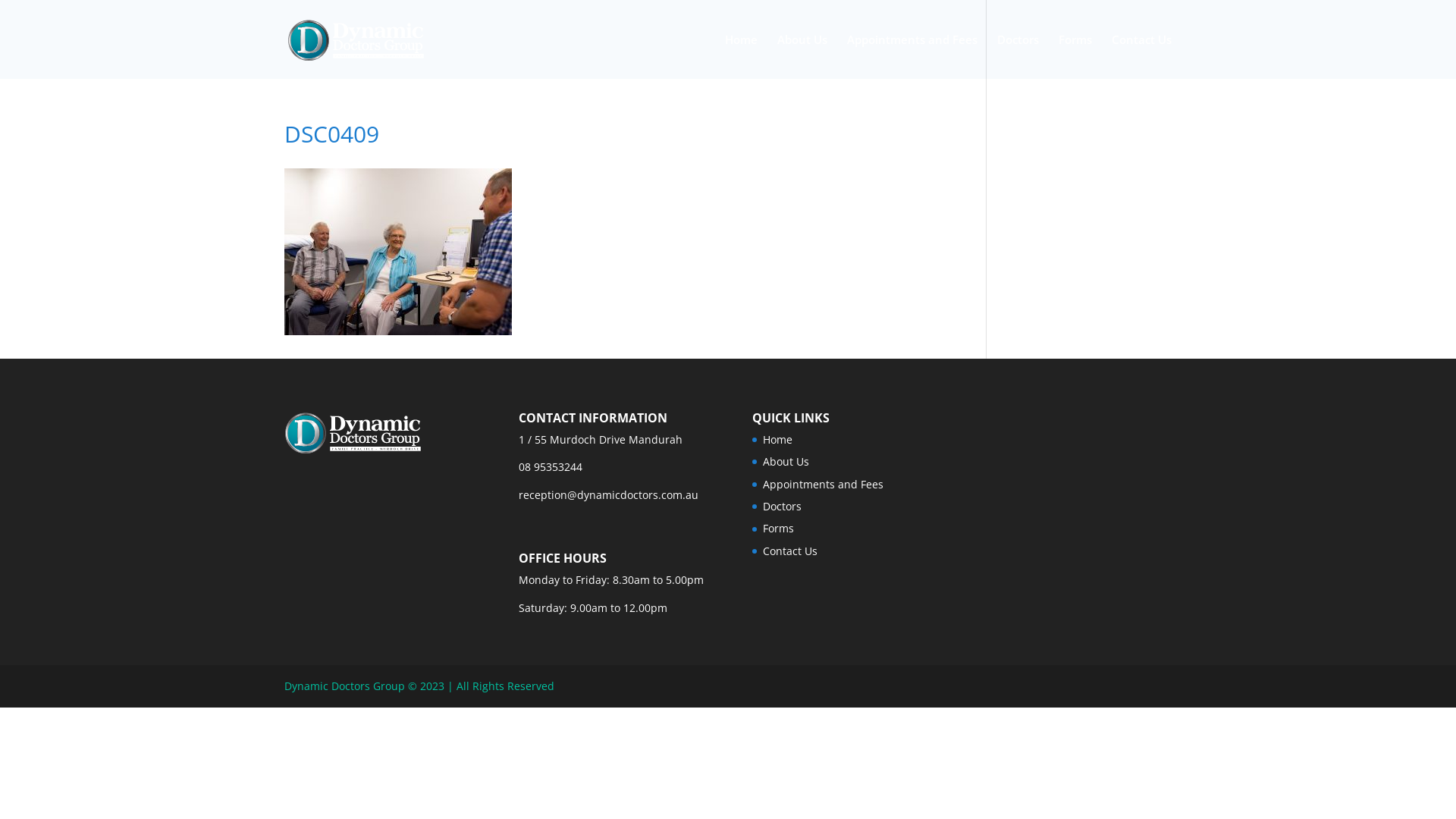 Image resolution: width=1456 pixels, height=819 pixels. What do you see at coordinates (1111, 55) in the screenshot?
I see `'Contact Us'` at bounding box center [1111, 55].